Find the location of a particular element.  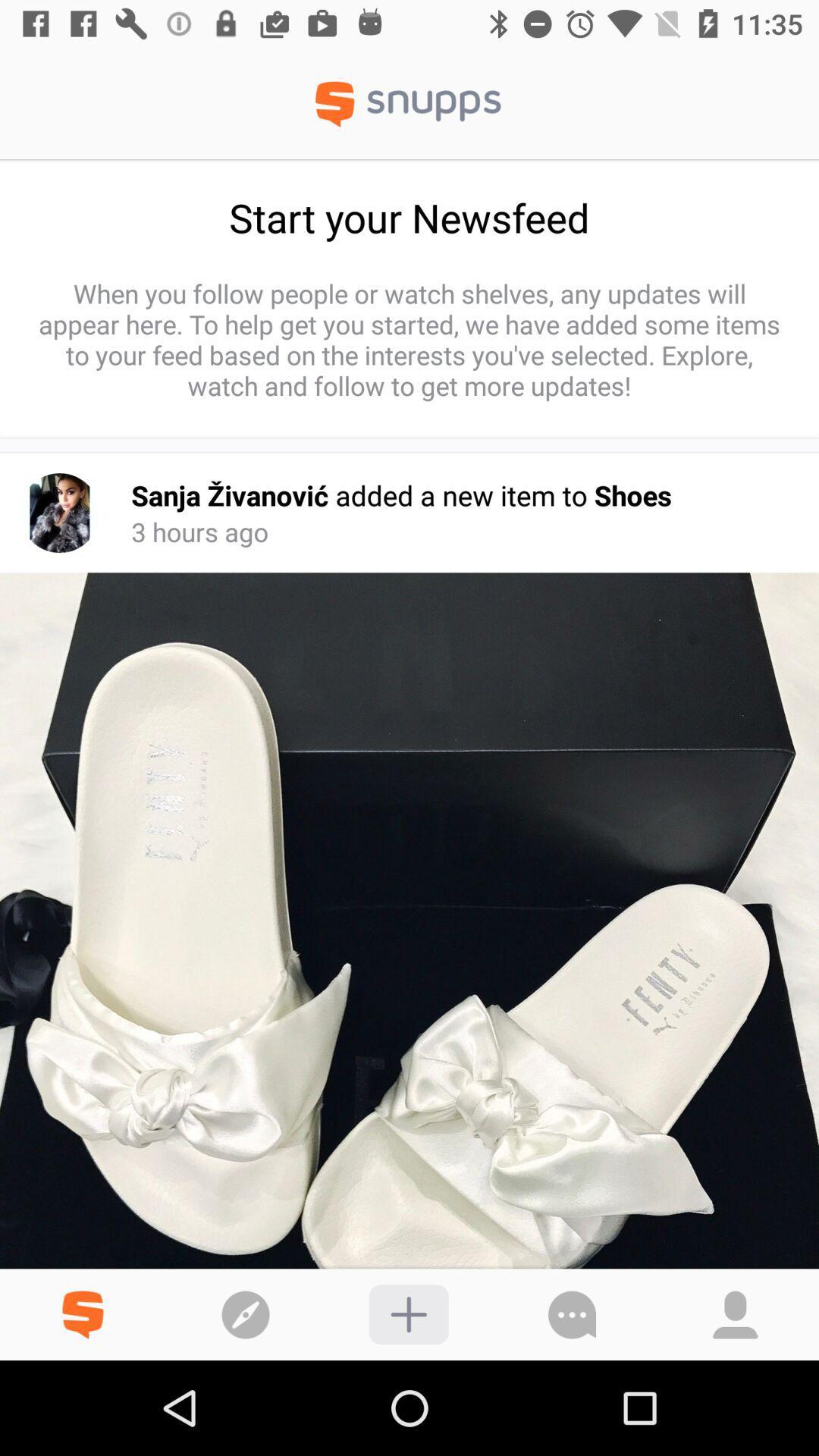

new item is located at coordinates (408, 1313).